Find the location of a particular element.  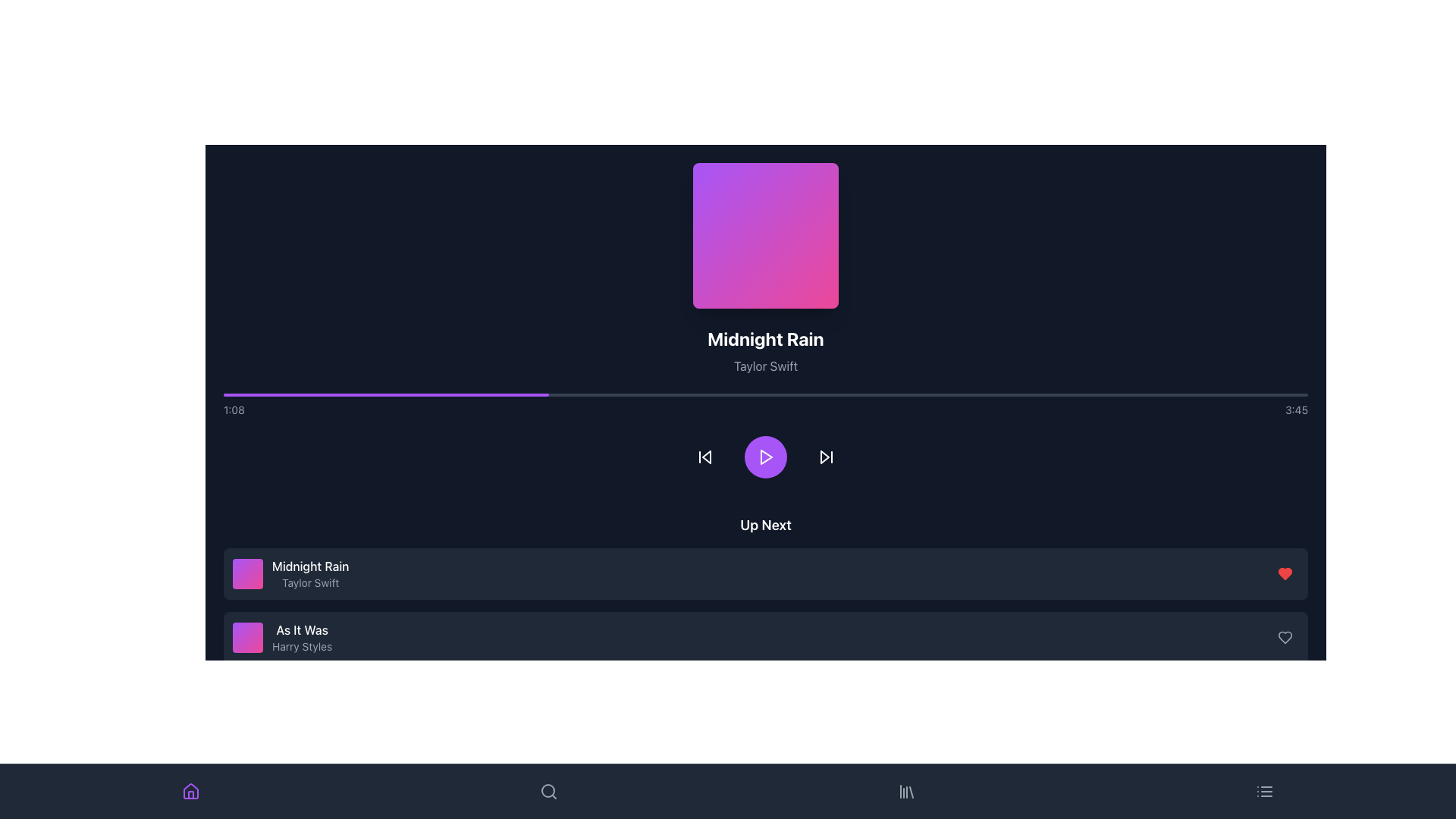

the button located on the far right side of the bottom navigation bar, which is the fourth interactive element from the left is located at coordinates (1265, 791).